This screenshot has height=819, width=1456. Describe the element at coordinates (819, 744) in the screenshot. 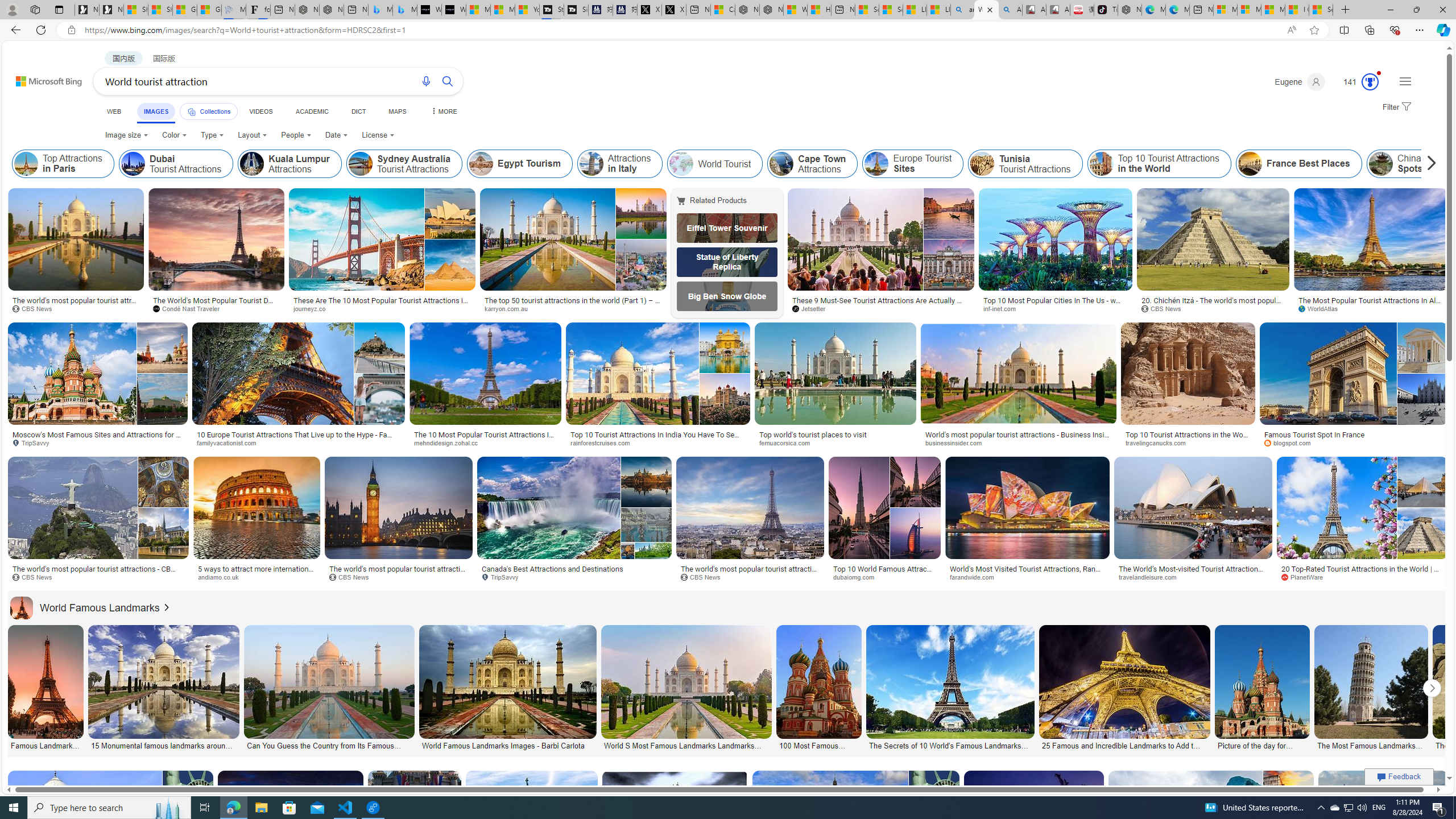

I see `'100 Most Famous Landmarks Around the World | RAX BOOK'` at that location.